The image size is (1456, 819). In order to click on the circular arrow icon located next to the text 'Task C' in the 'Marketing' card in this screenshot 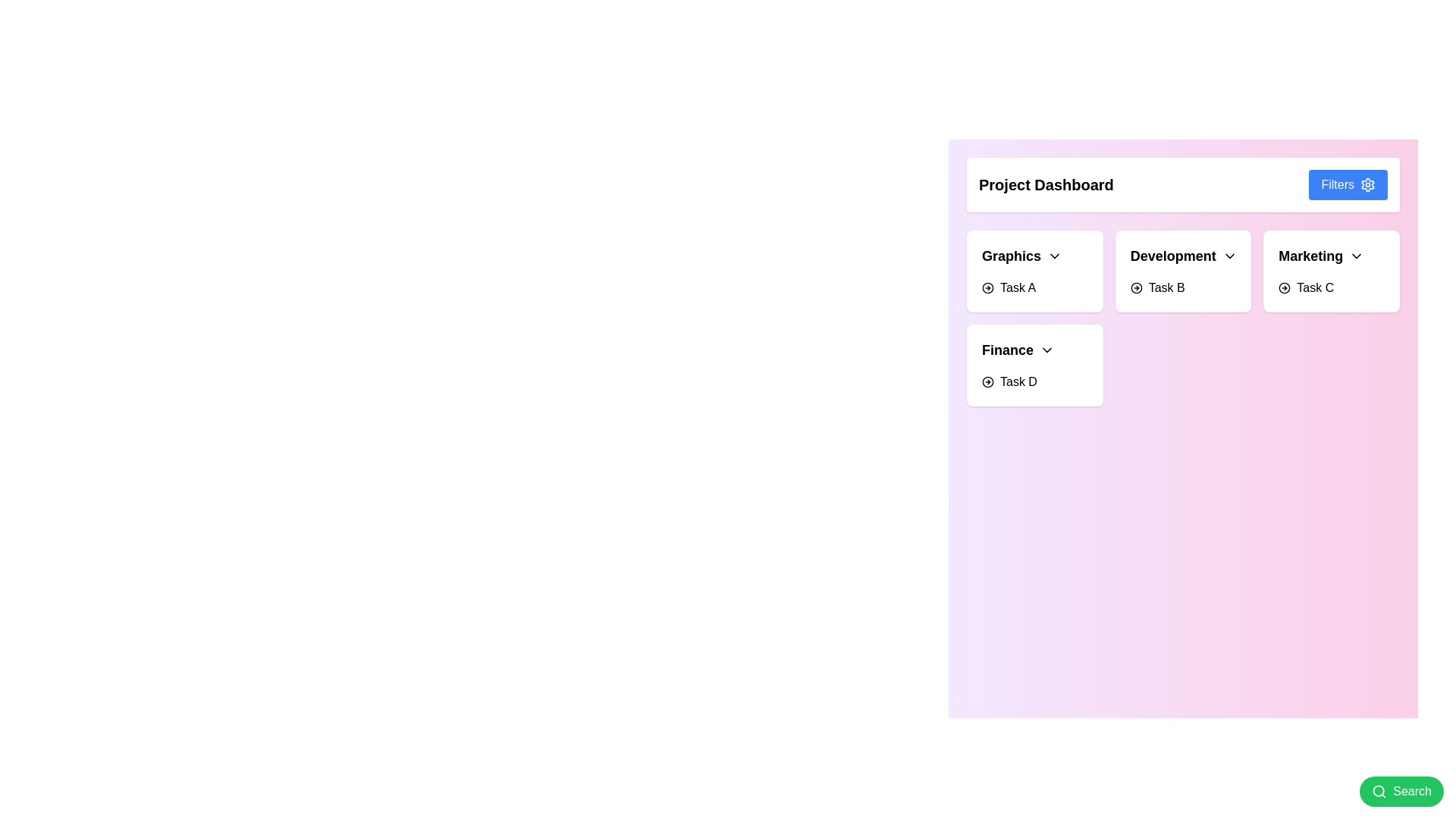, I will do `click(1284, 288)`.